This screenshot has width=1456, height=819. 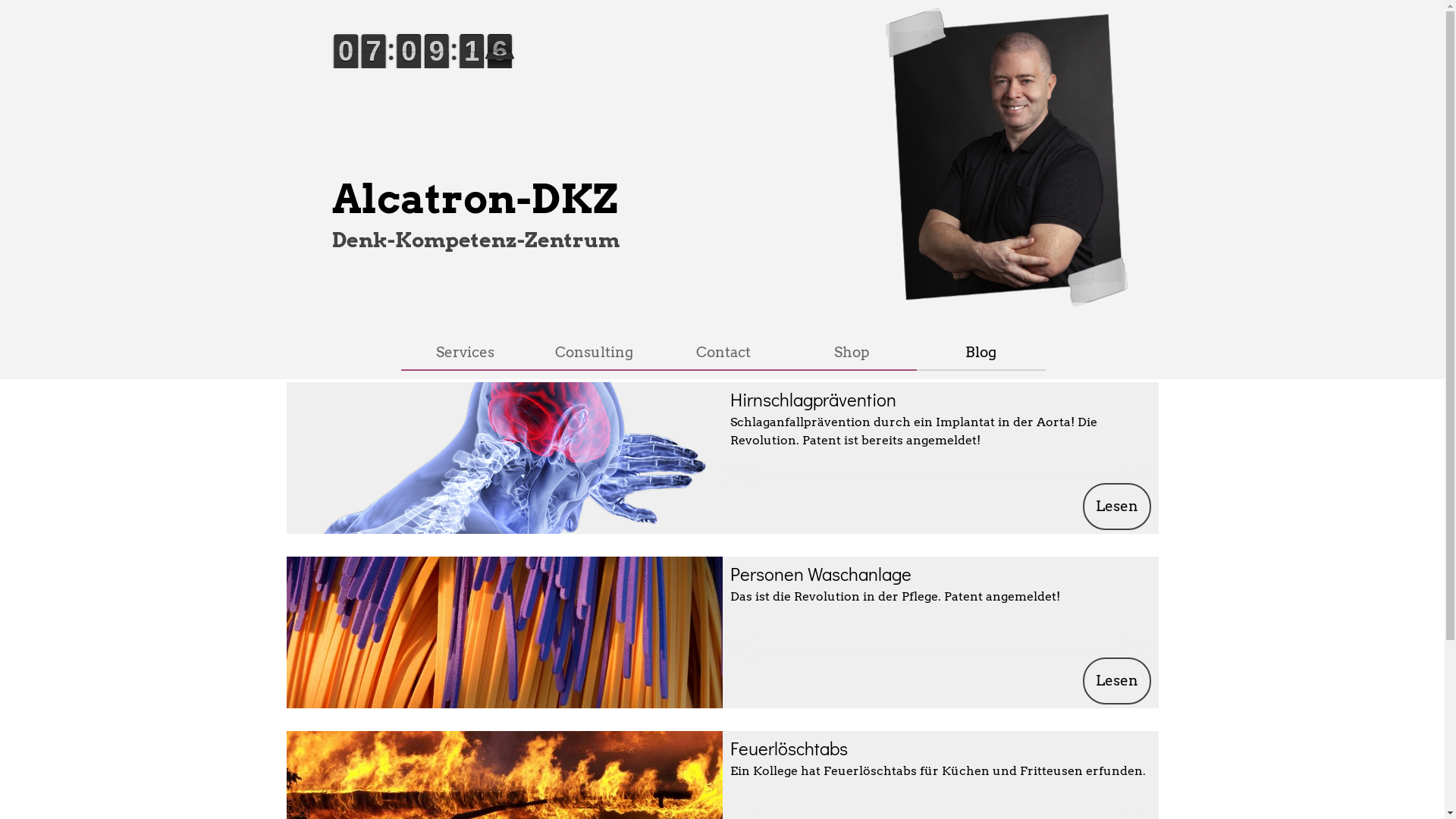 What do you see at coordinates (1082, 506) in the screenshot?
I see `'Lesen'` at bounding box center [1082, 506].